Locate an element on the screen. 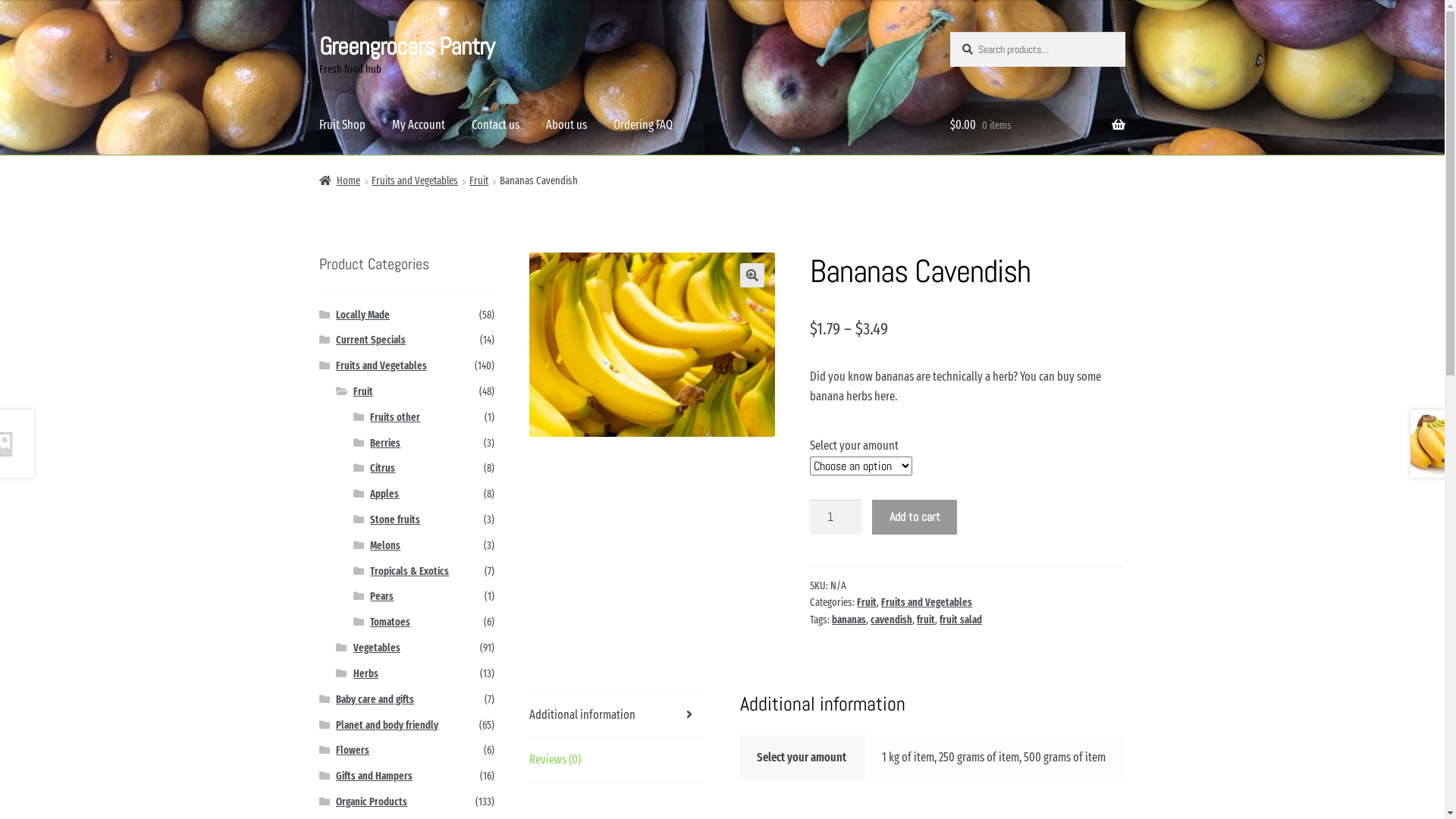  'Herbs' is located at coordinates (366, 673).